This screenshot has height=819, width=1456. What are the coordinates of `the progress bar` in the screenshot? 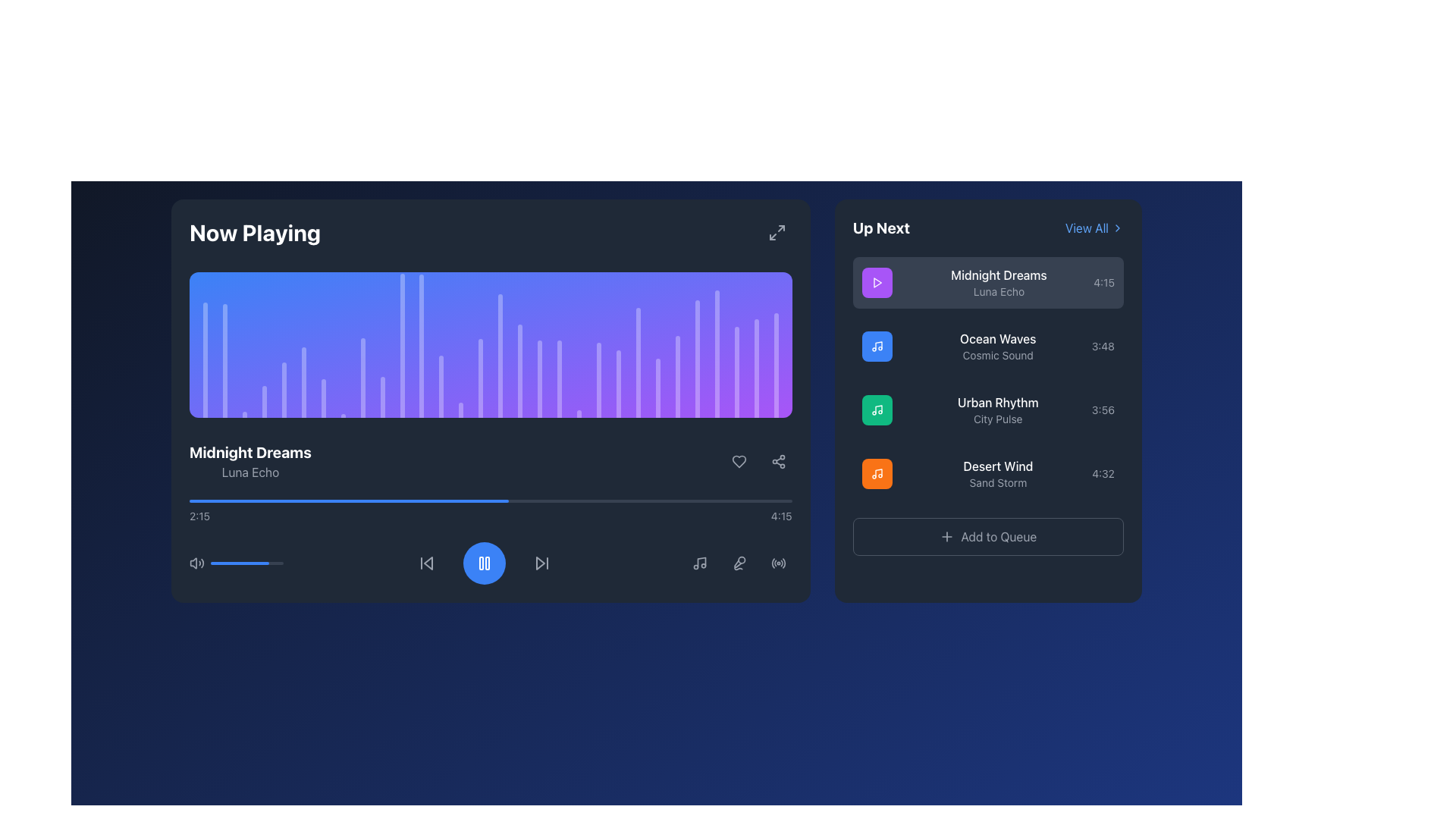 It's located at (682, 500).